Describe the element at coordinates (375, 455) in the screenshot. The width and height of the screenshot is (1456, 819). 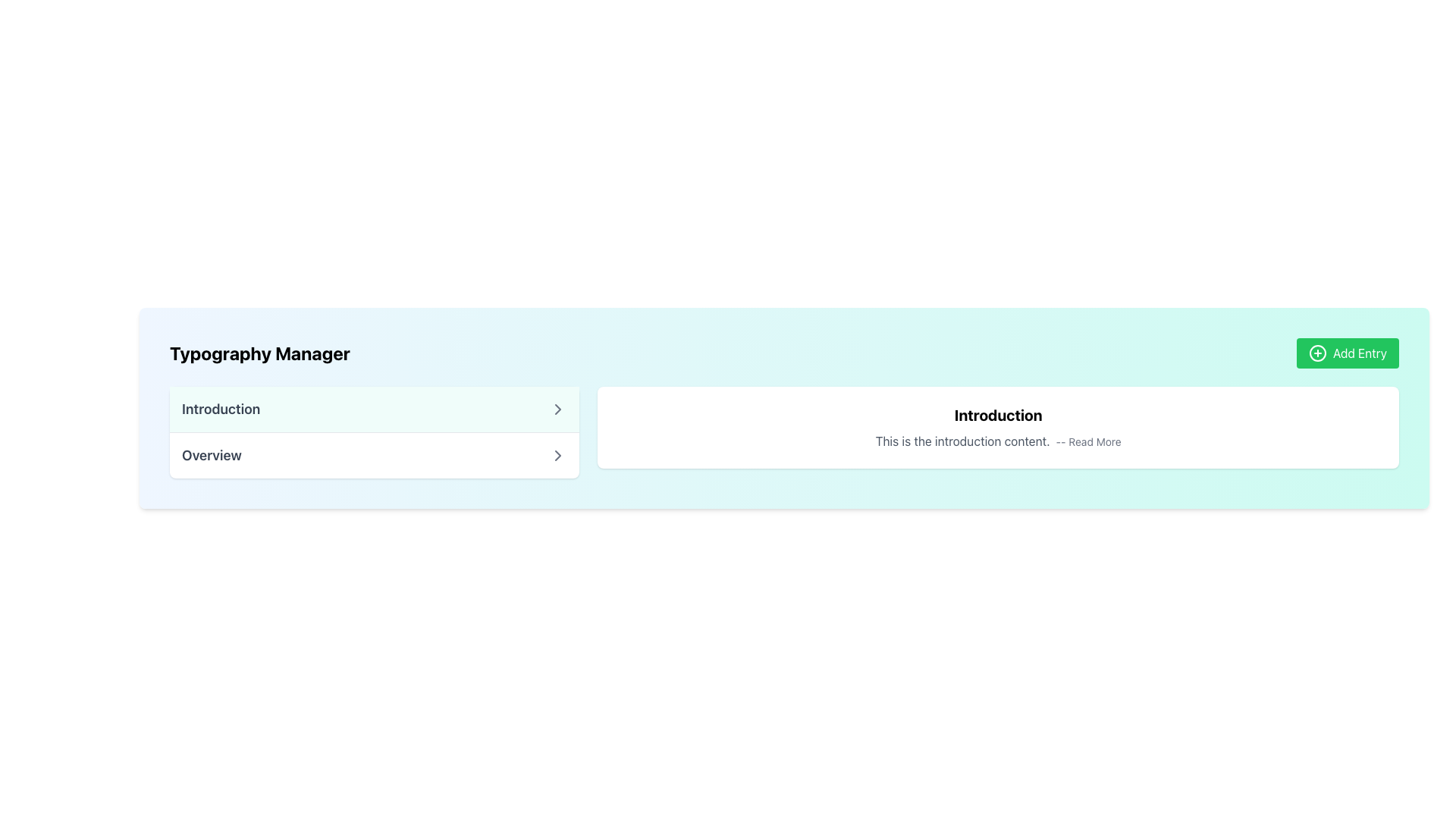
I see `the 'Overview' list item element` at that location.